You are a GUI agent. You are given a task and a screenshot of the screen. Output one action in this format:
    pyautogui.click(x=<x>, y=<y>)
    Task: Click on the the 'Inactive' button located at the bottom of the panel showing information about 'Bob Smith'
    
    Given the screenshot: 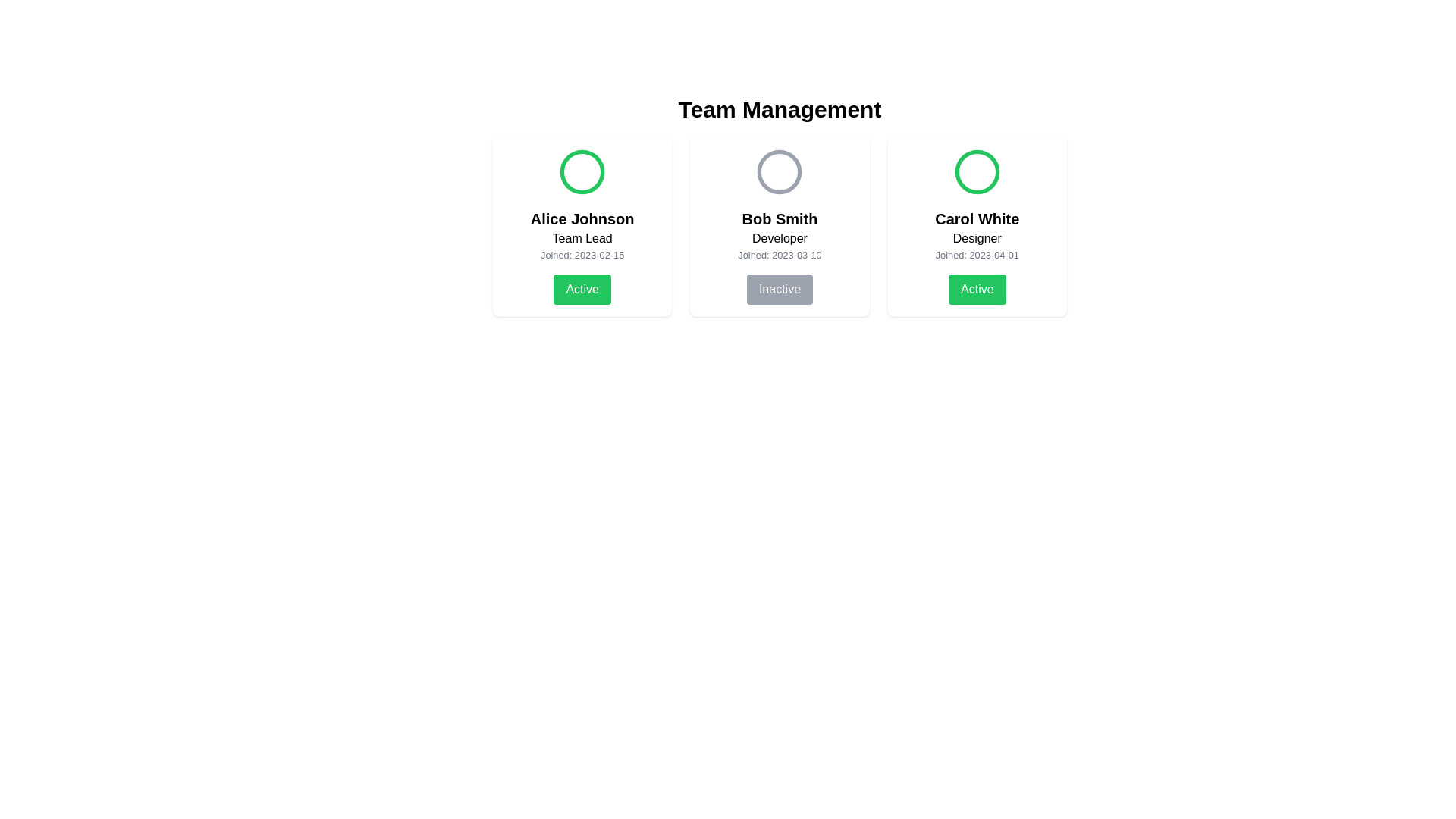 What is the action you would take?
    pyautogui.click(x=780, y=290)
    